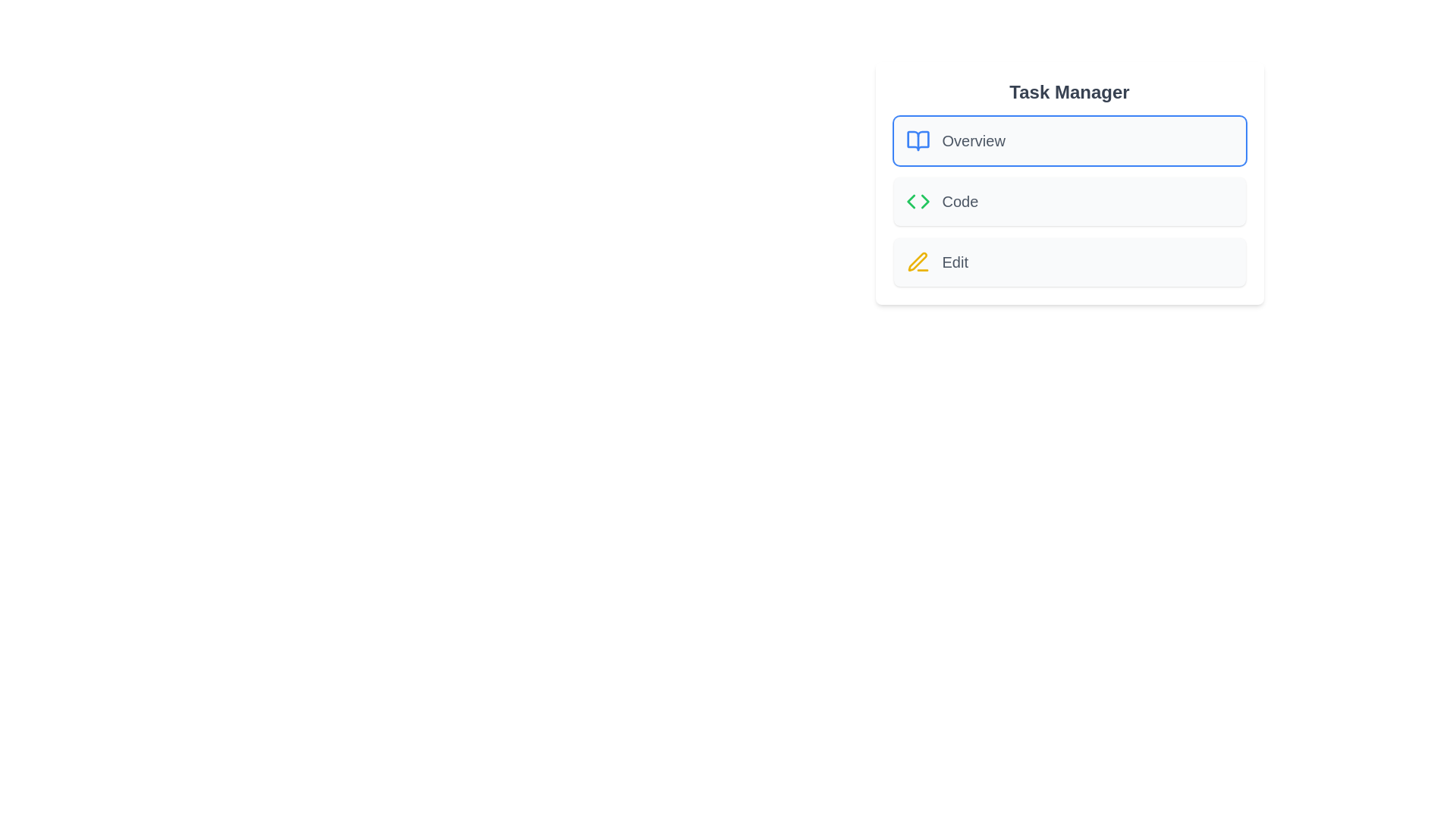  I want to click on text label displaying 'Edit' in gray color located inside an interactive button in the bottom row of options, positioned to the right of a yellow pencil icon, so click(954, 262).